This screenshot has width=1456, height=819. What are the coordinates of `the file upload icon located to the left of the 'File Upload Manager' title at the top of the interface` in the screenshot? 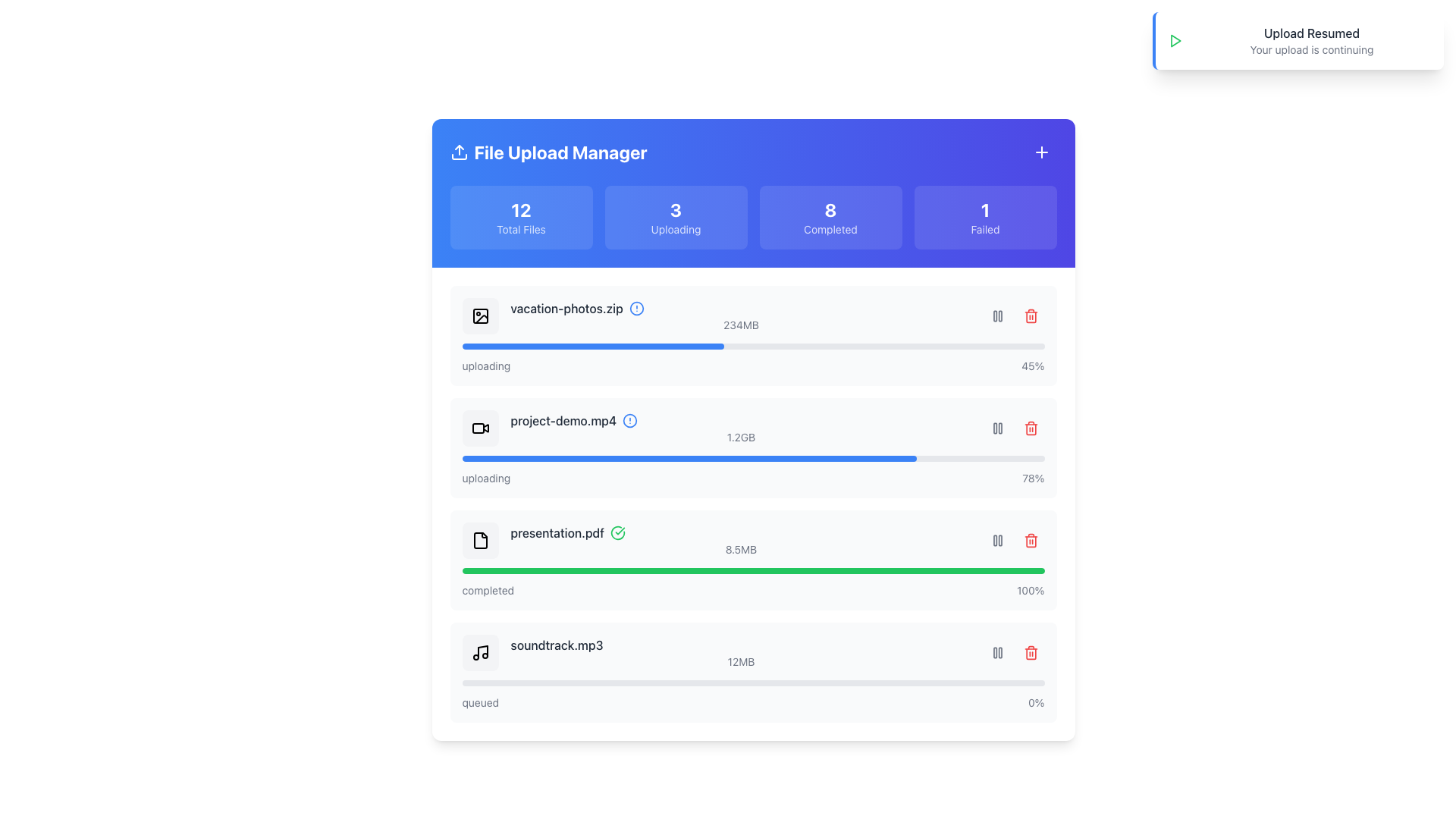 It's located at (458, 152).